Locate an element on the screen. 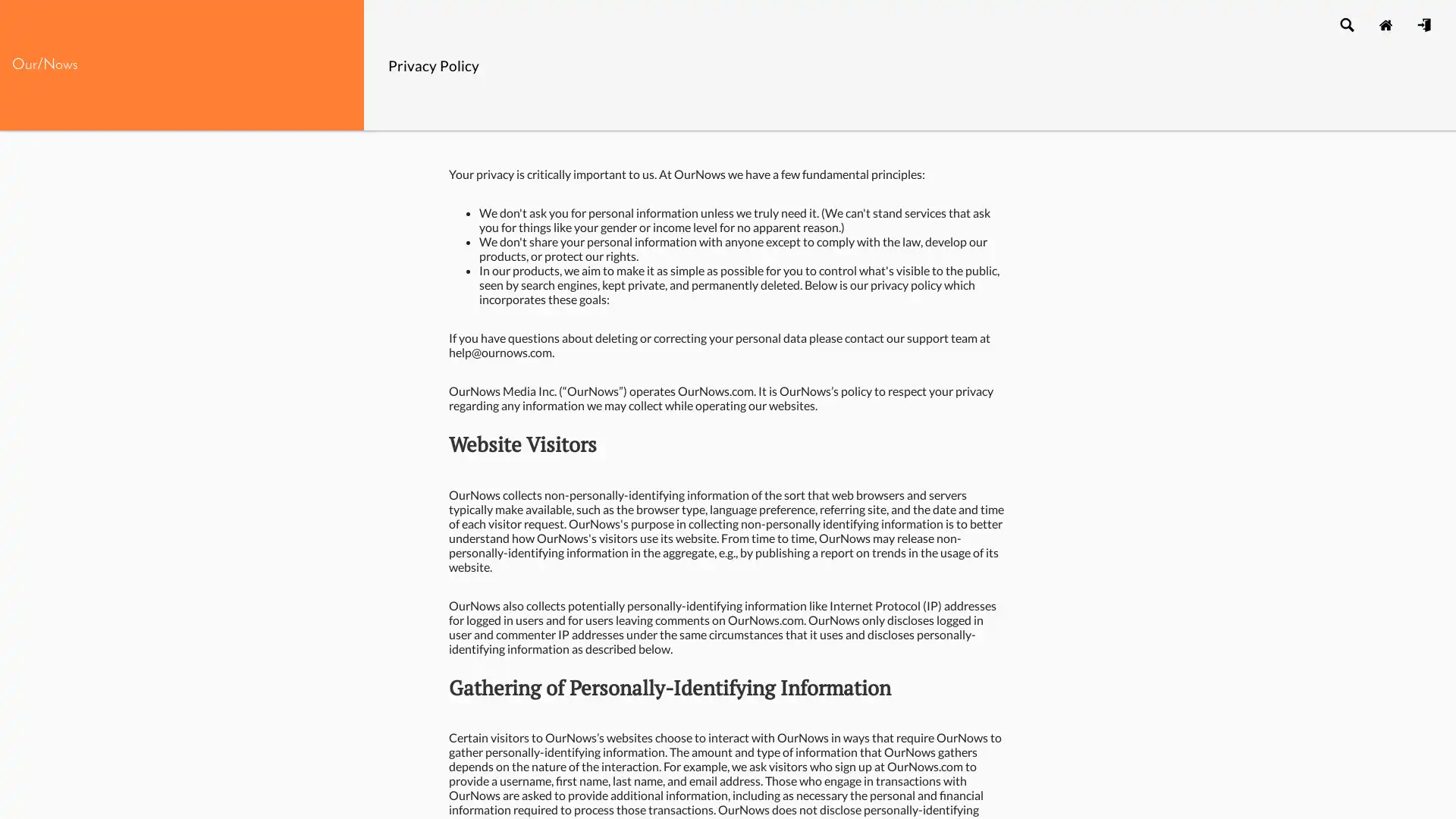  Login is located at coordinates (1423, 24).